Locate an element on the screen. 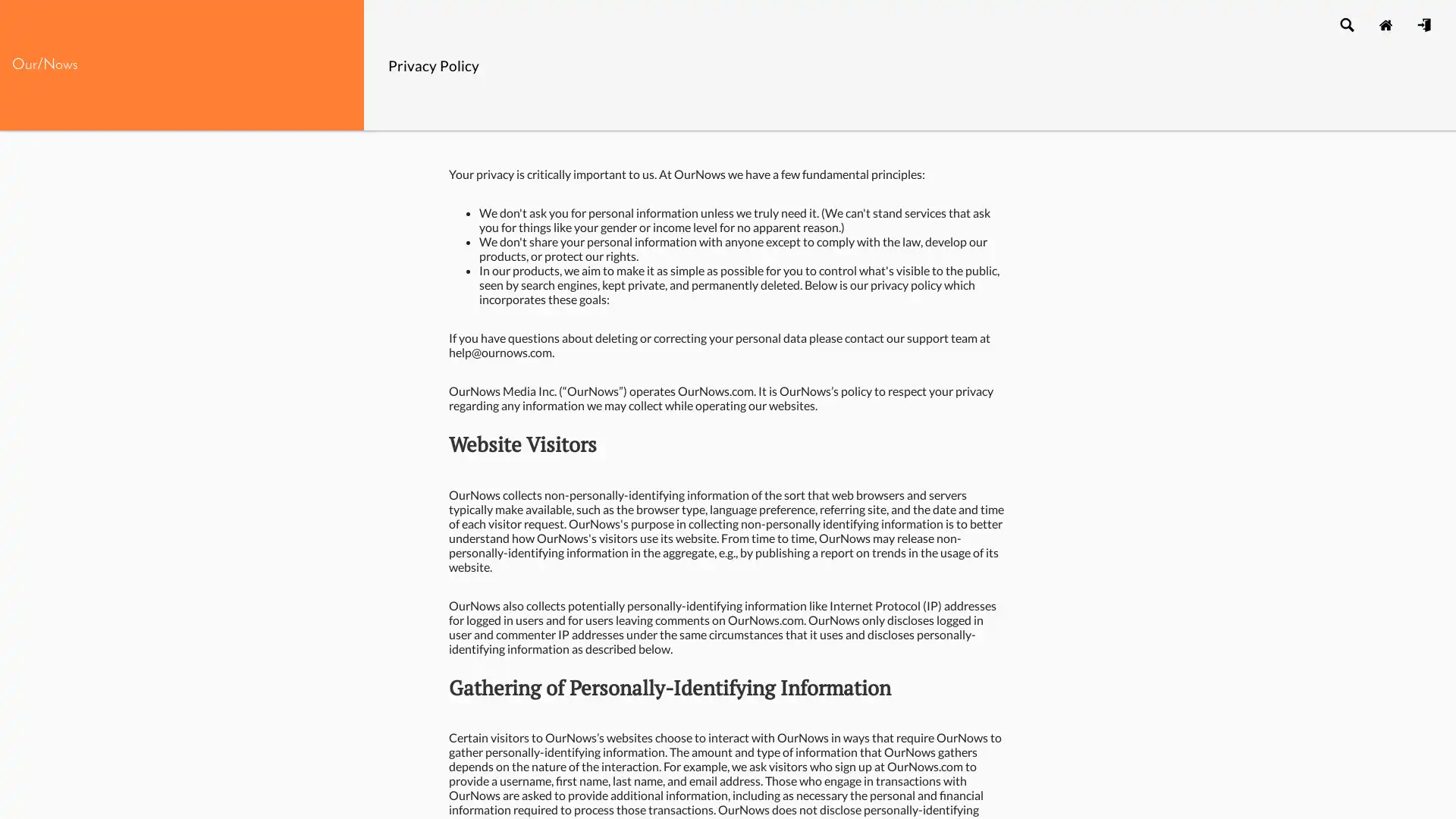  Login is located at coordinates (1423, 24).